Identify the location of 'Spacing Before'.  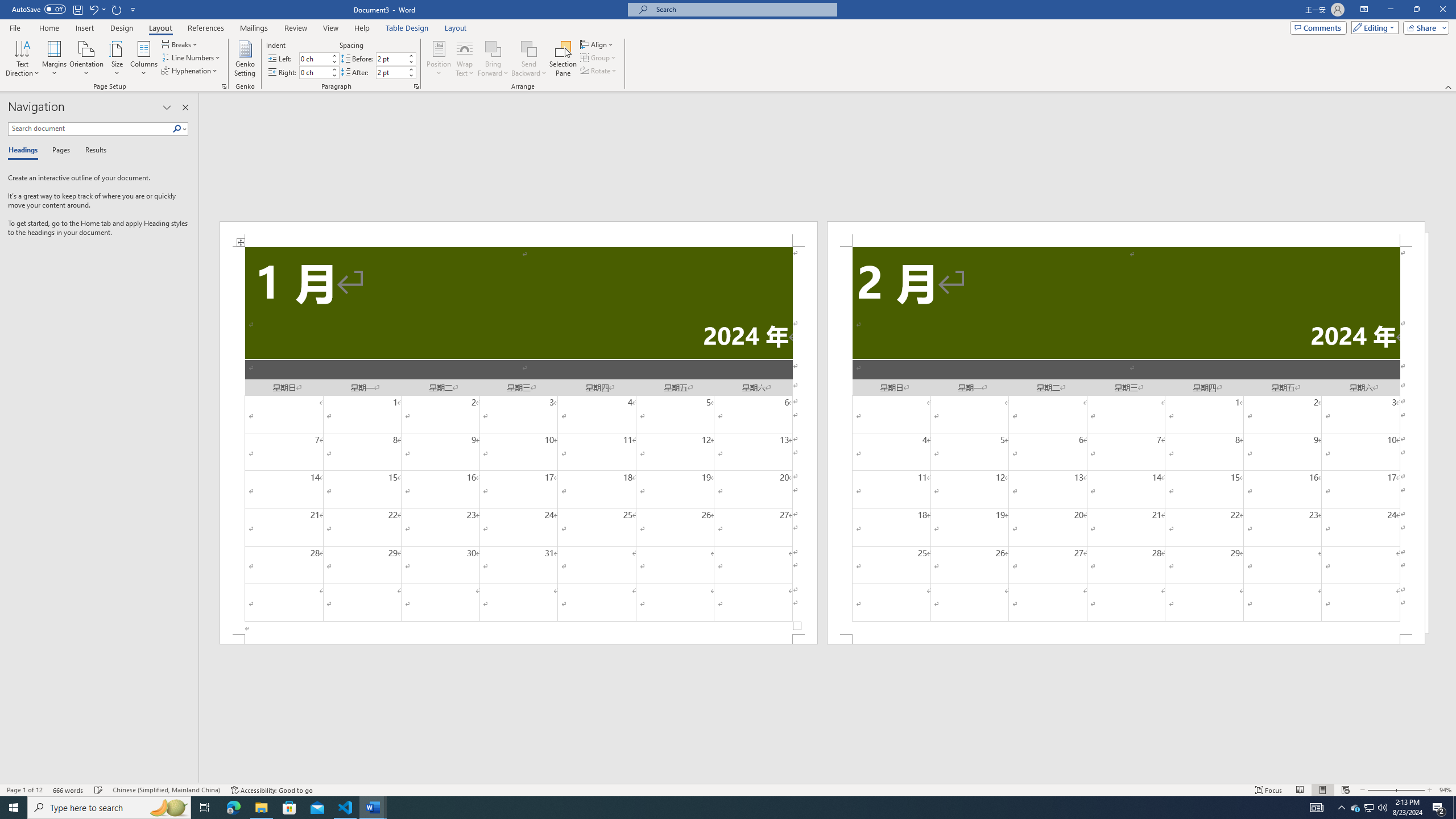
(391, 58).